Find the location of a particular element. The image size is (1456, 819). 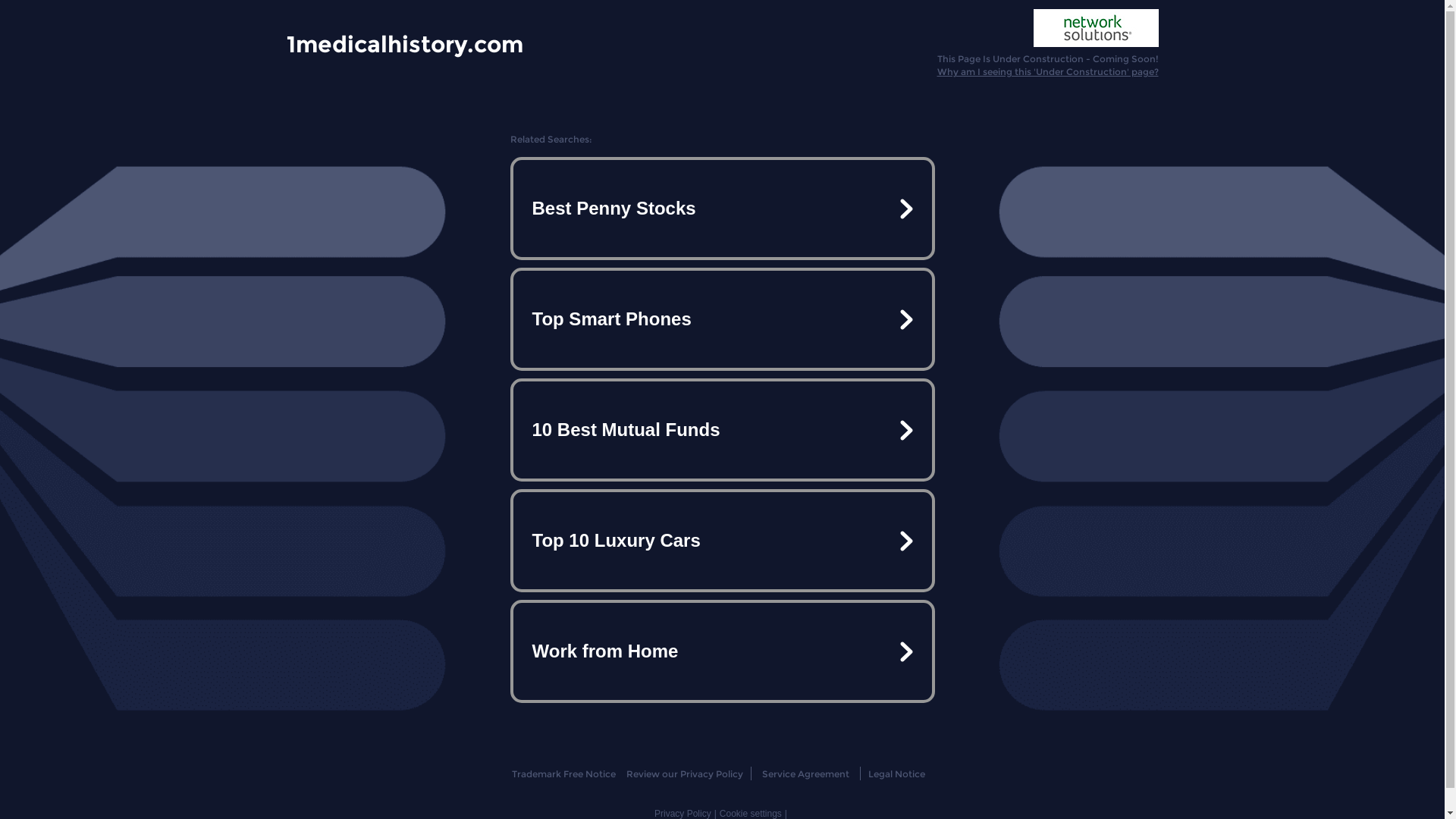

'Review our Privacy Policy' is located at coordinates (626, 773).